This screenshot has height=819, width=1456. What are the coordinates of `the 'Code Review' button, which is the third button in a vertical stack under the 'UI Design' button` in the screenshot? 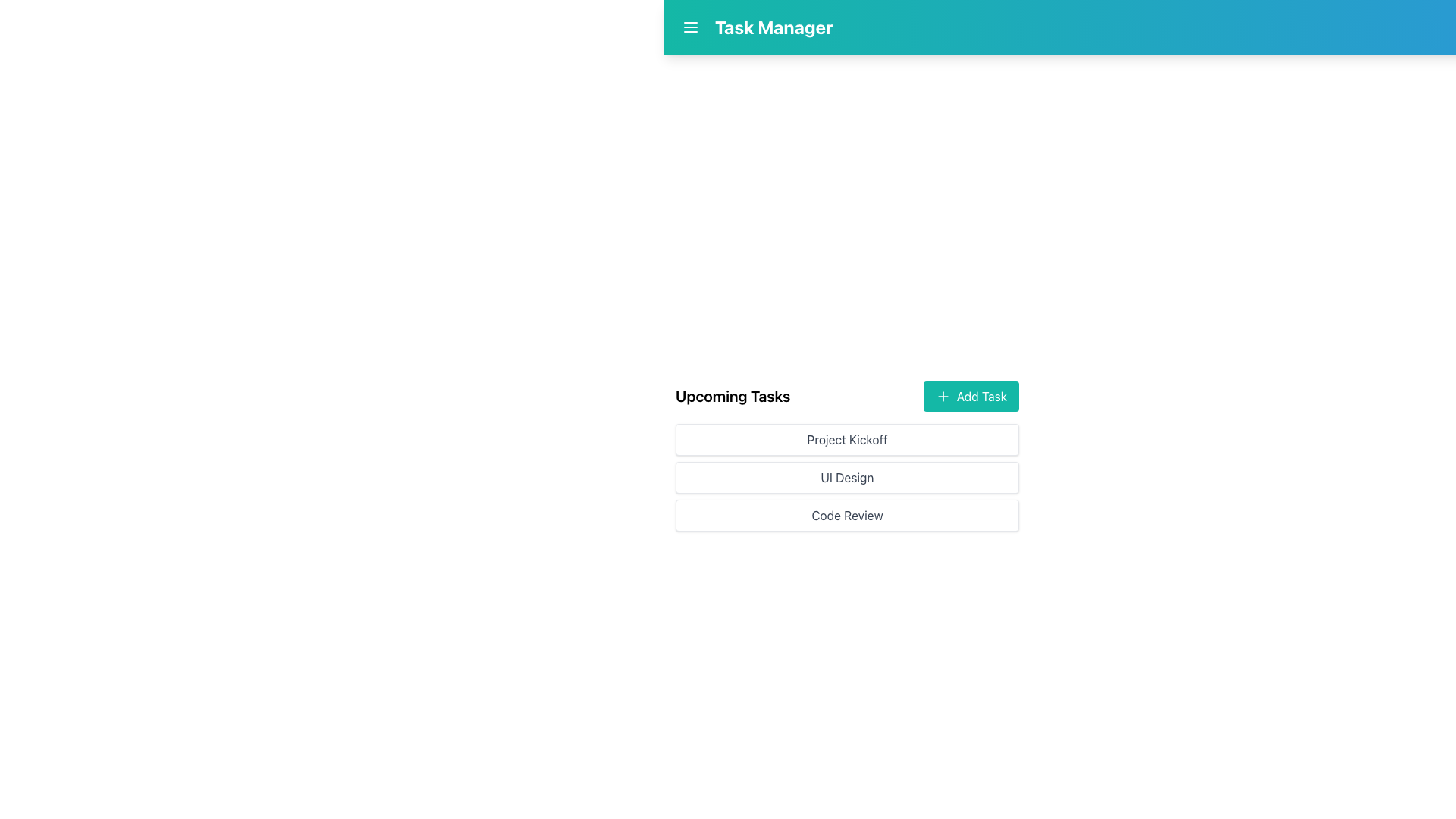 It's located at (846, 514).